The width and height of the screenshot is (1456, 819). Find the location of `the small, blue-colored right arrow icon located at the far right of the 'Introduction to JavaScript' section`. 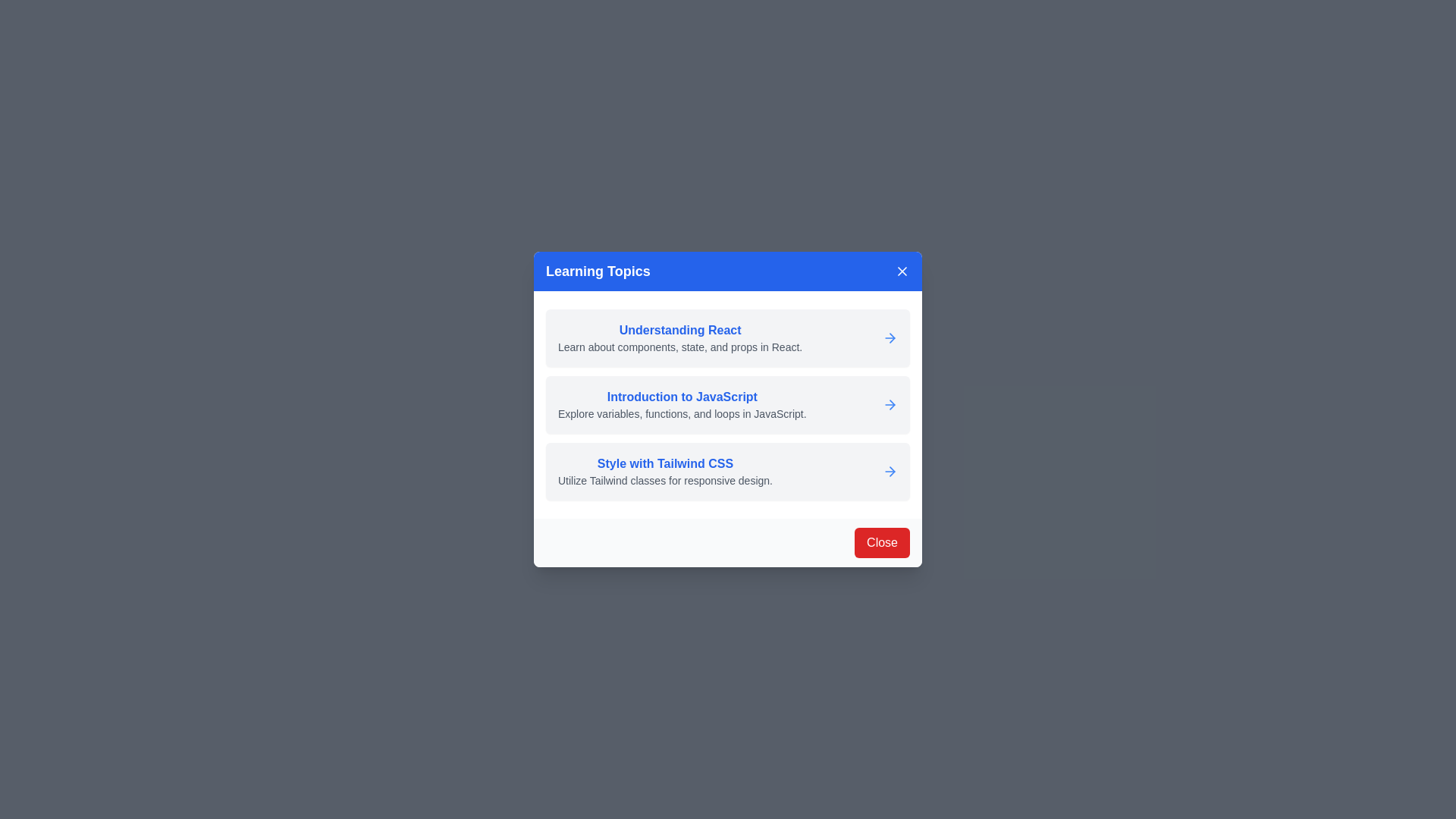

the small, blue-colored right arrow icon located at the far right of the 'Introduction to JavaScript' section is located at coordinates (890, 403).